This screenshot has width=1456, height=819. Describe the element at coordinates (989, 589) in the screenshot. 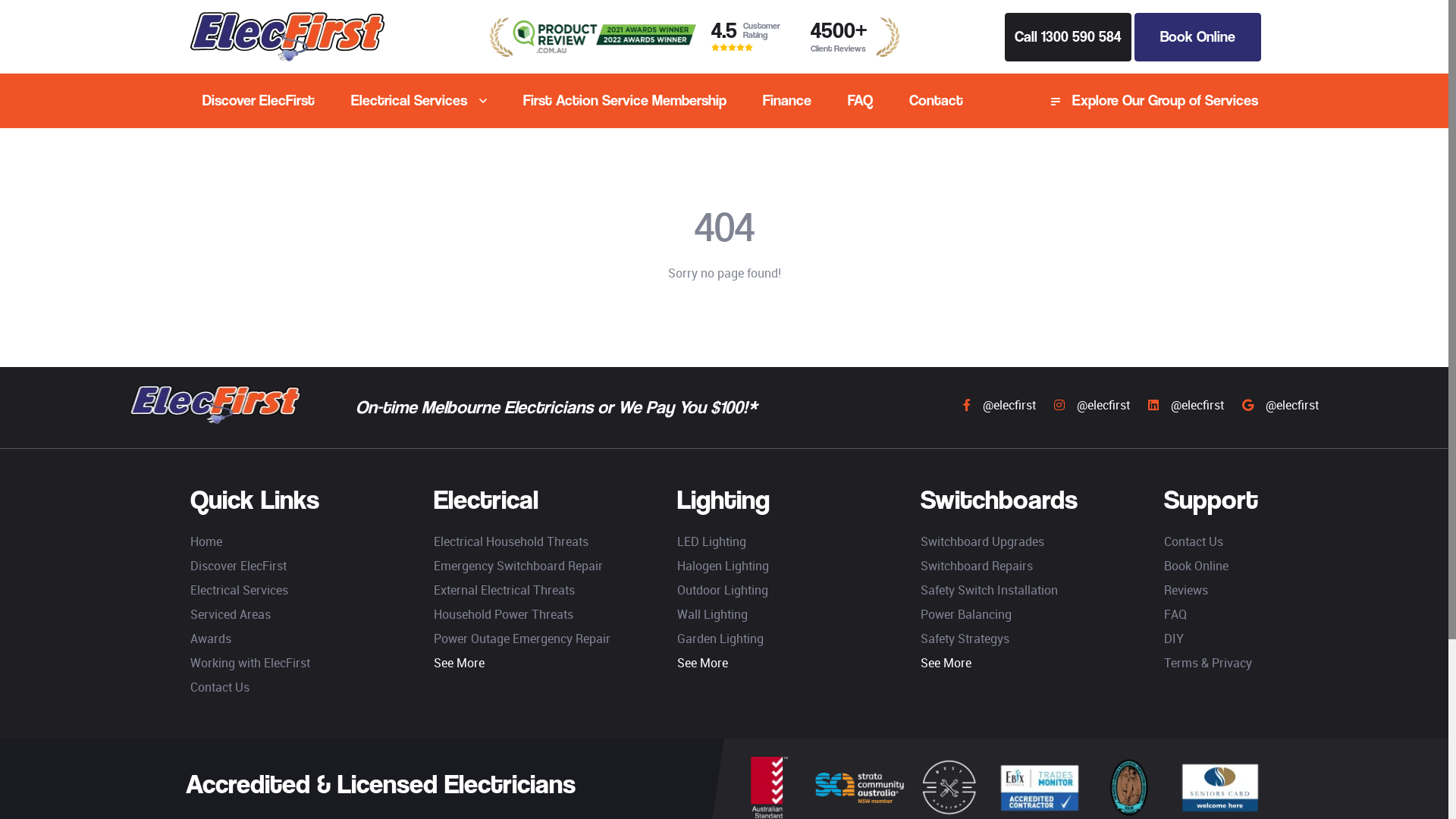

I see `'Safety Switch Installation'` at that location.